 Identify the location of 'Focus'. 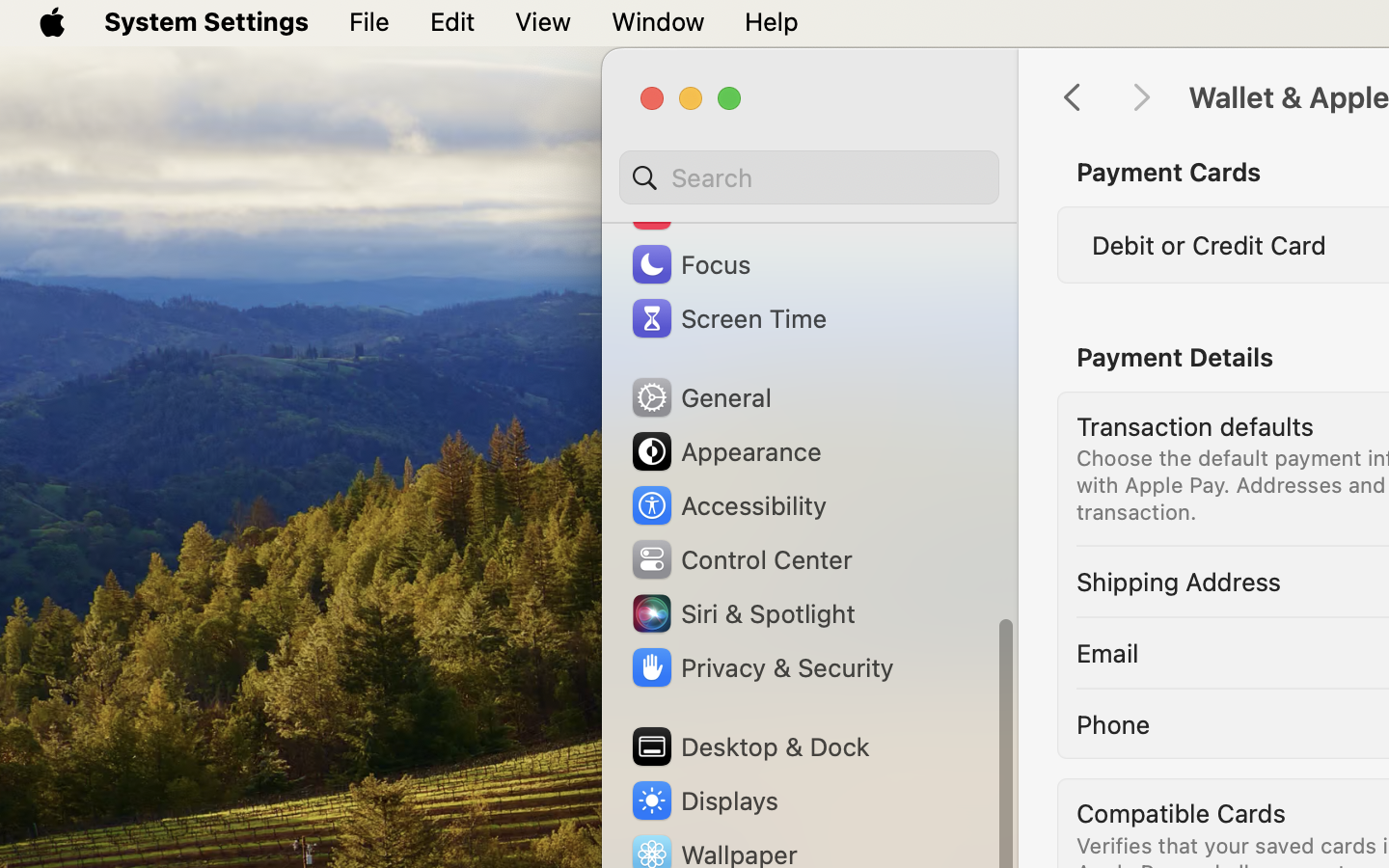
(689, 262).